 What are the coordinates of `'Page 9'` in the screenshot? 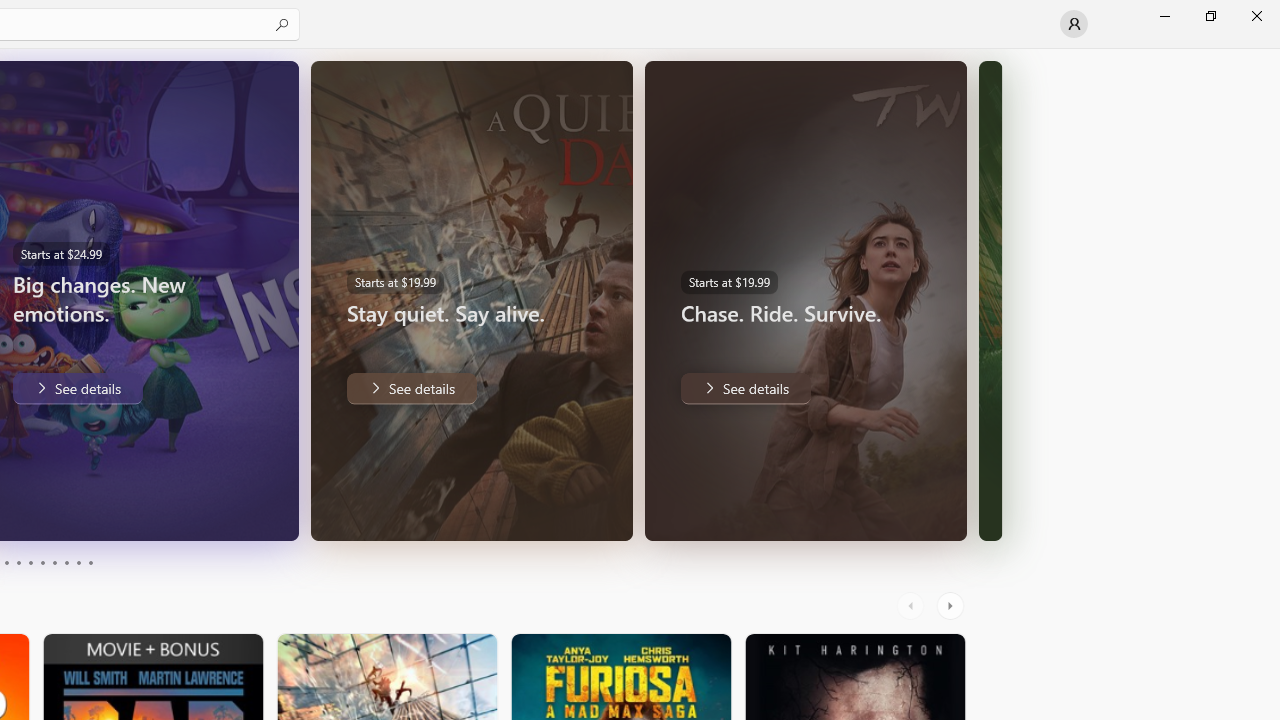 It's located at (78, 563).